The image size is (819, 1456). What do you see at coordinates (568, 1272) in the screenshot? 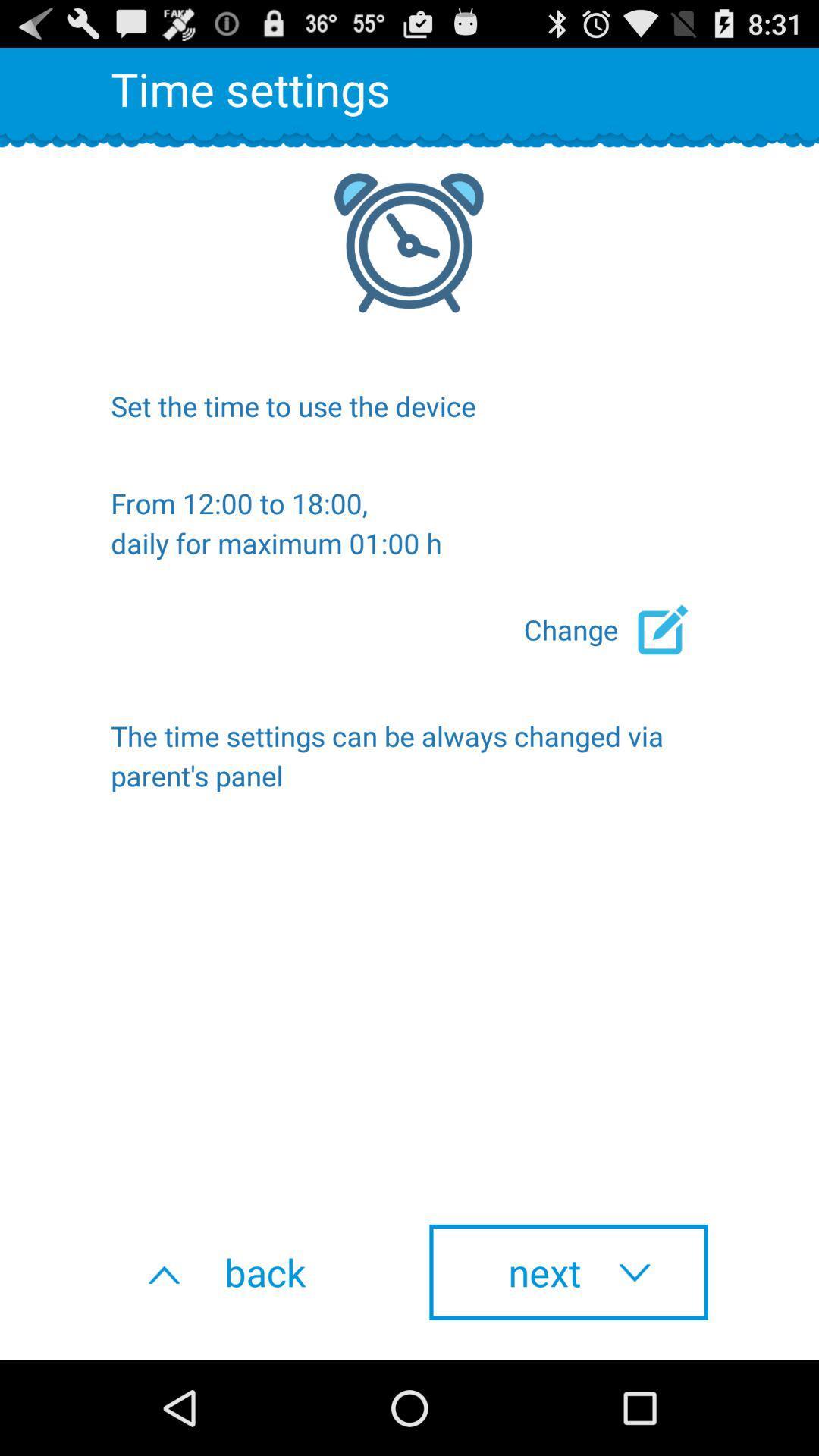
I see `the icon next to the back button` at bounding box center [568, 1272].